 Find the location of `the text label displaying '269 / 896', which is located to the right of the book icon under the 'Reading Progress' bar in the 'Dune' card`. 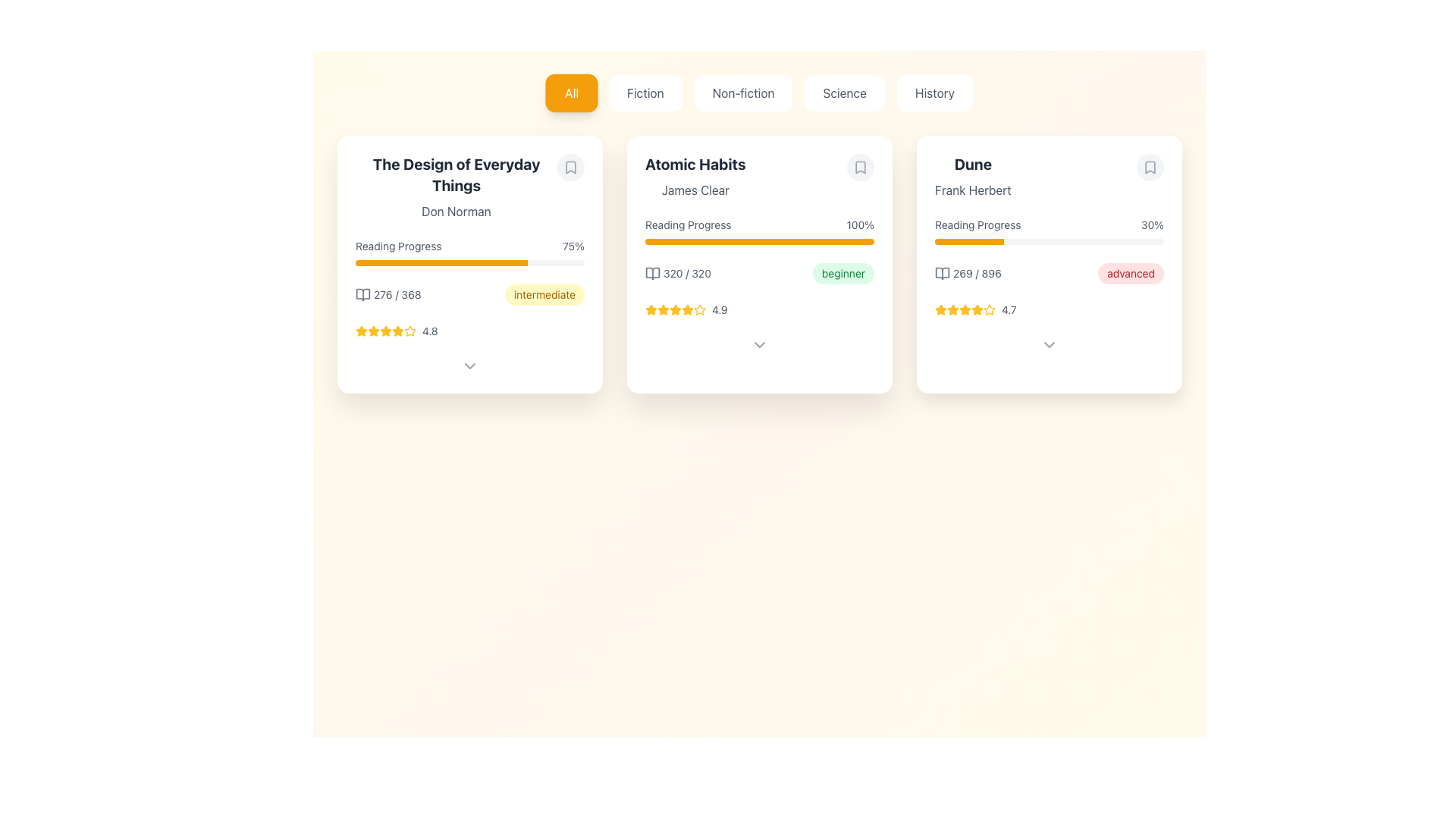

the text label displaying '269 / 896', which is located to the right of the book icon under the 'Reading Progress' bar in the 'Dune' card is located at coordinates (977, 274).